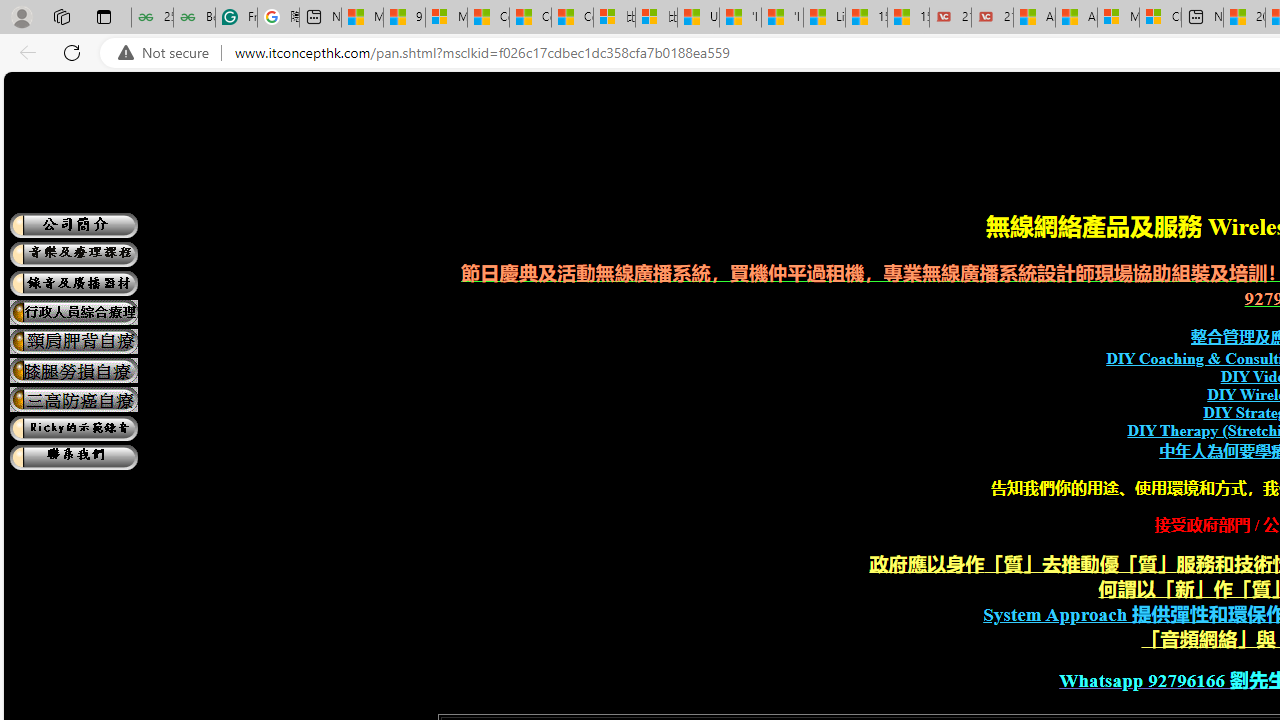  Describe the element at coordinates (168, 52) in the screenshot. I see `'Not secure'` at that location.